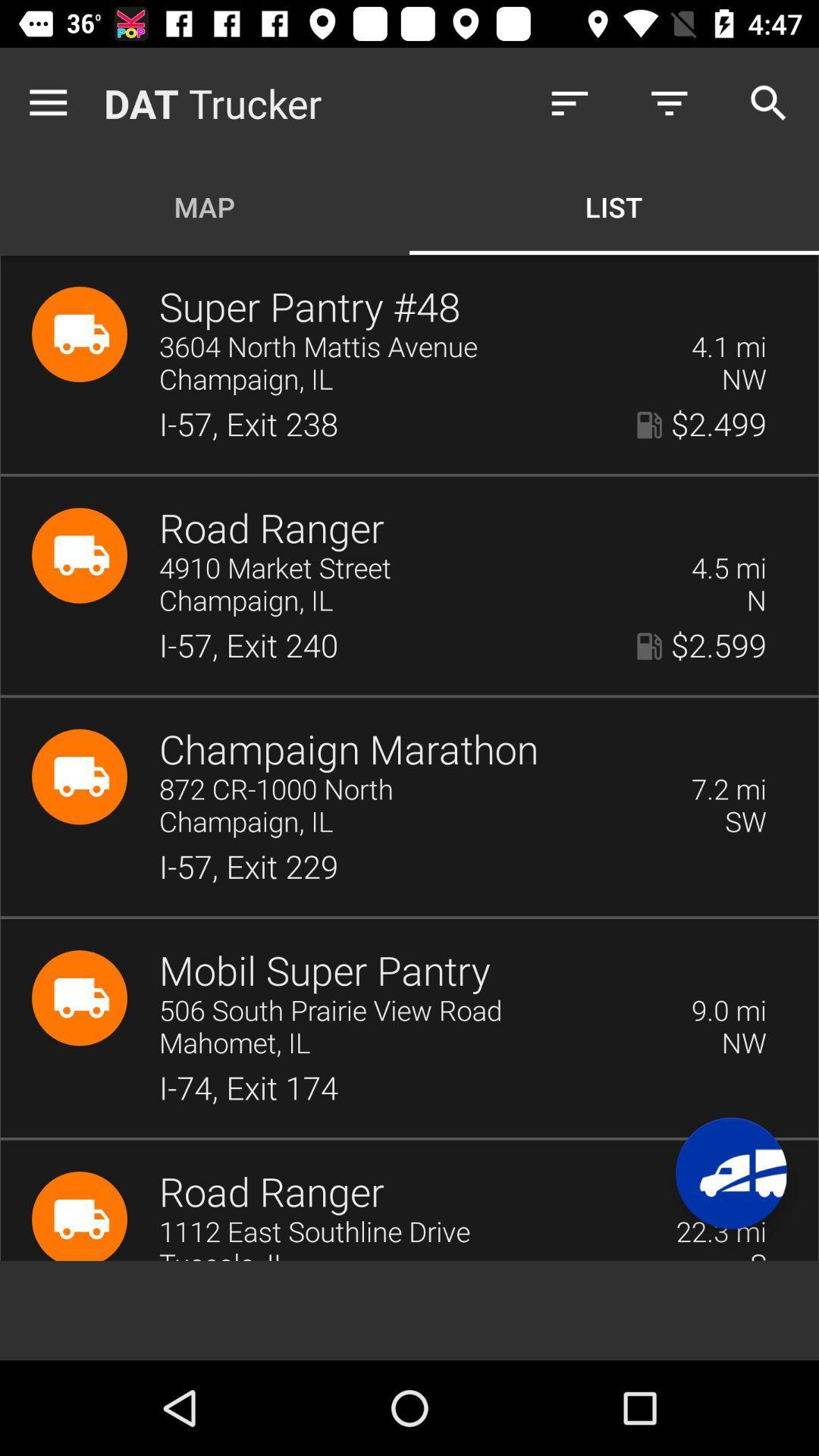 The image size is (819, 1456). Describe the element at coordinates (415, 568) in the screenshot. I see `the item next to 4.5 mi` at that location.